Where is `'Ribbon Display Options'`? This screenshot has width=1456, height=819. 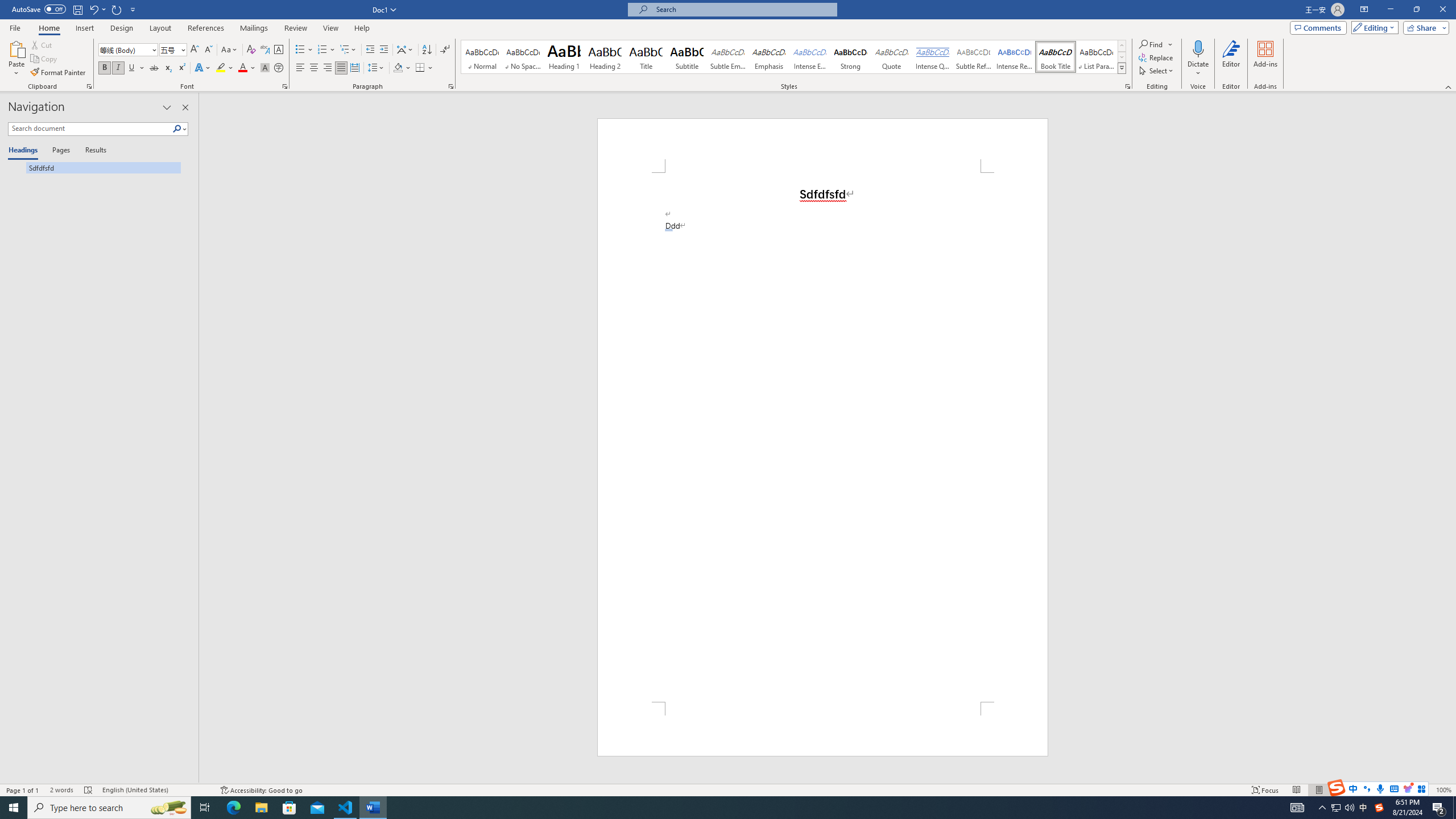 'Ribbon Display Options' is located at coordinates (1363, 9).